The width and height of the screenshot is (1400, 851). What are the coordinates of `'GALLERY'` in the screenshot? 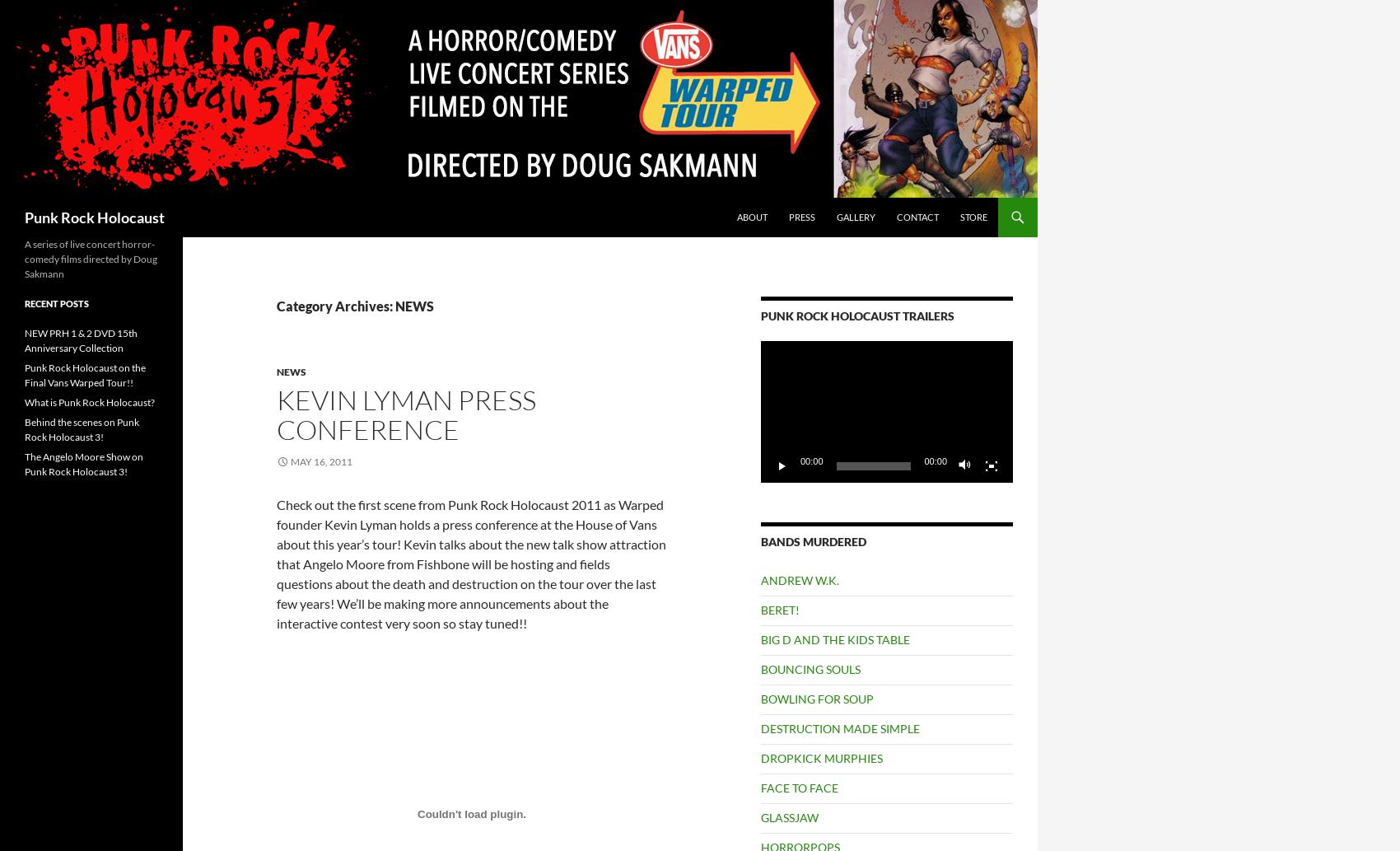 It's located at (855, 216).